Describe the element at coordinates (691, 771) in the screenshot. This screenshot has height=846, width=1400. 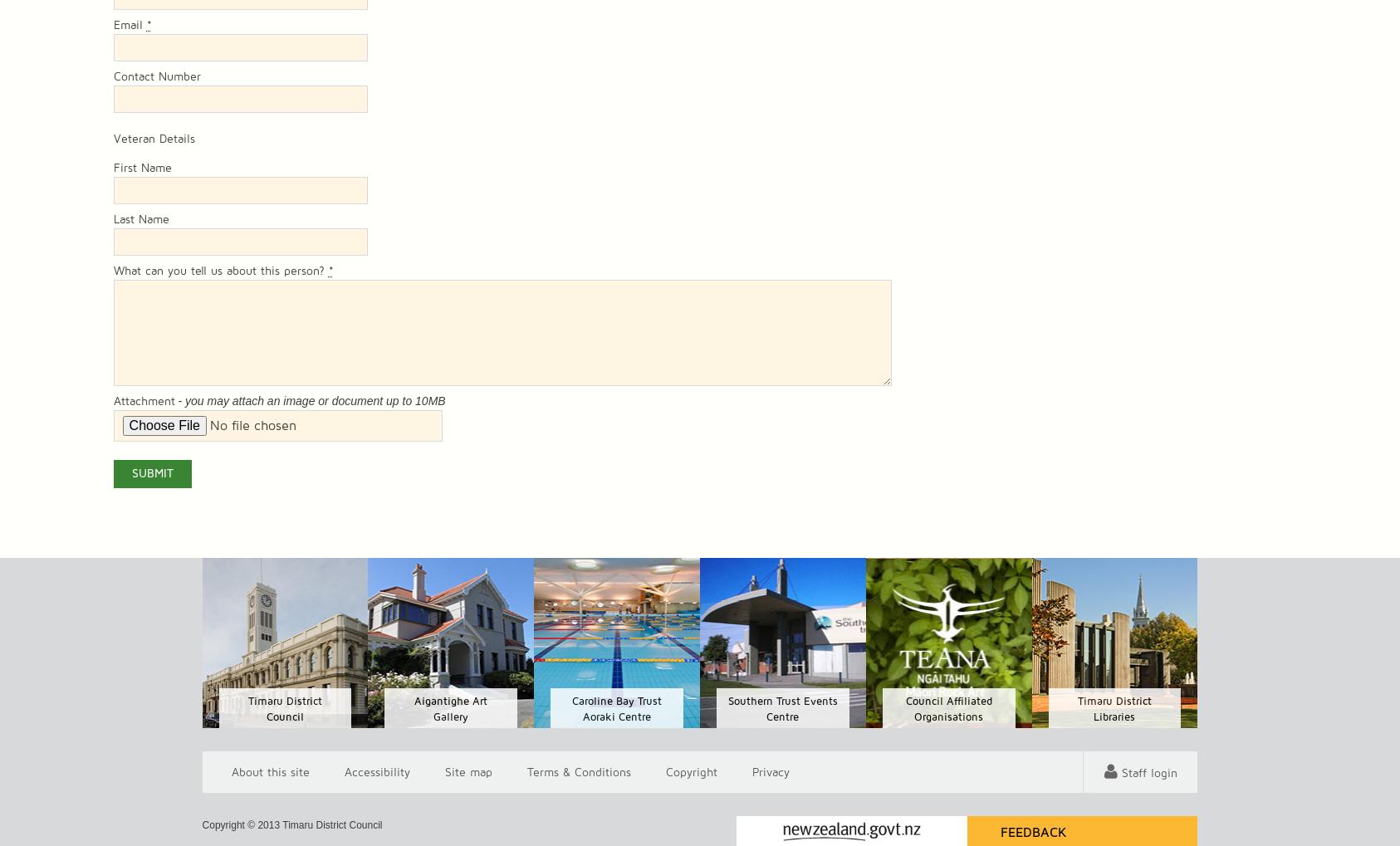
I see `'Copyright'` at that location.